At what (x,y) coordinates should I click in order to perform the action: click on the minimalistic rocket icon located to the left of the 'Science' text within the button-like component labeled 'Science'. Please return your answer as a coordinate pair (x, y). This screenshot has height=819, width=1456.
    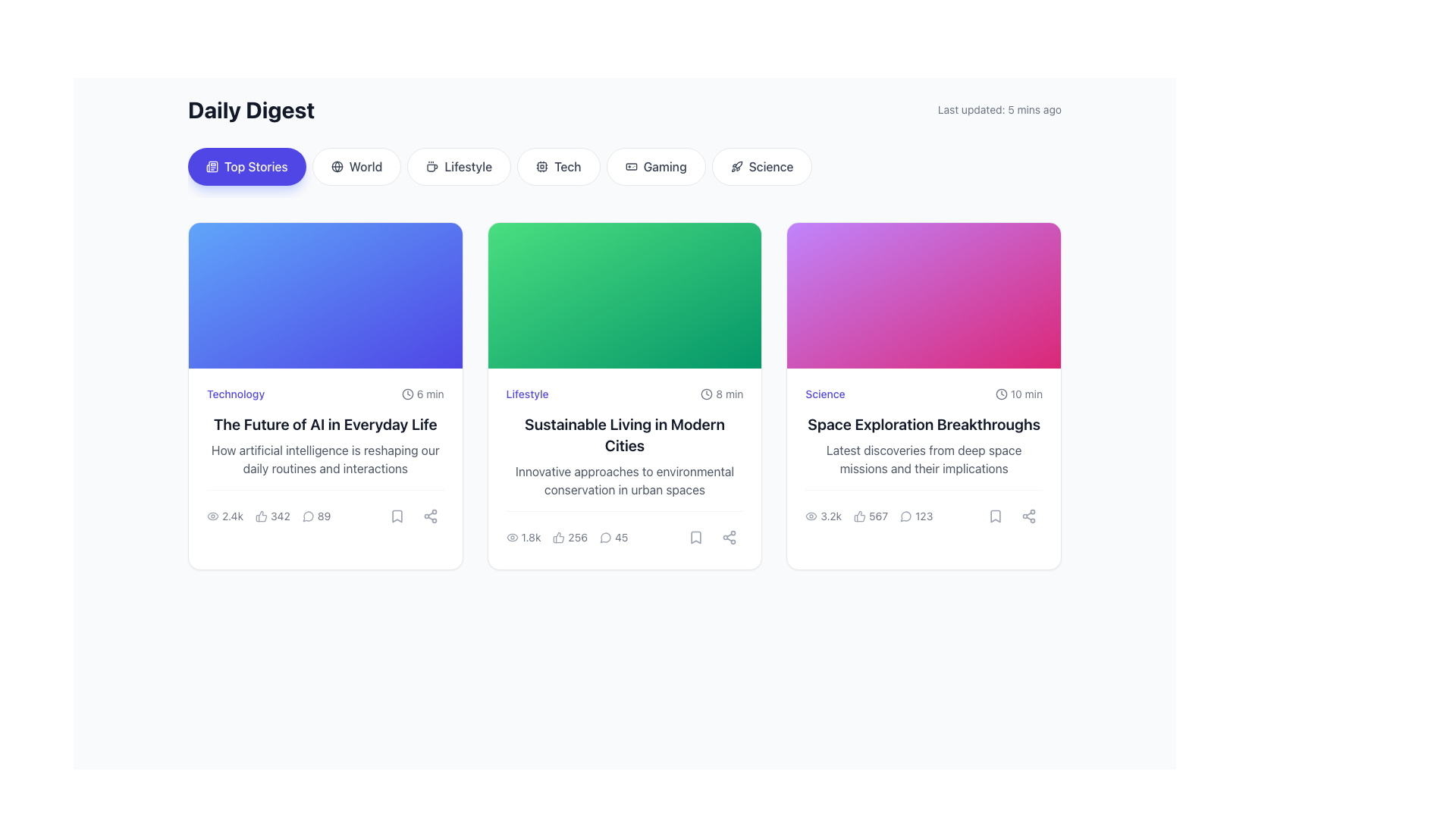
    Looking at the image, I should click on (736, 166).